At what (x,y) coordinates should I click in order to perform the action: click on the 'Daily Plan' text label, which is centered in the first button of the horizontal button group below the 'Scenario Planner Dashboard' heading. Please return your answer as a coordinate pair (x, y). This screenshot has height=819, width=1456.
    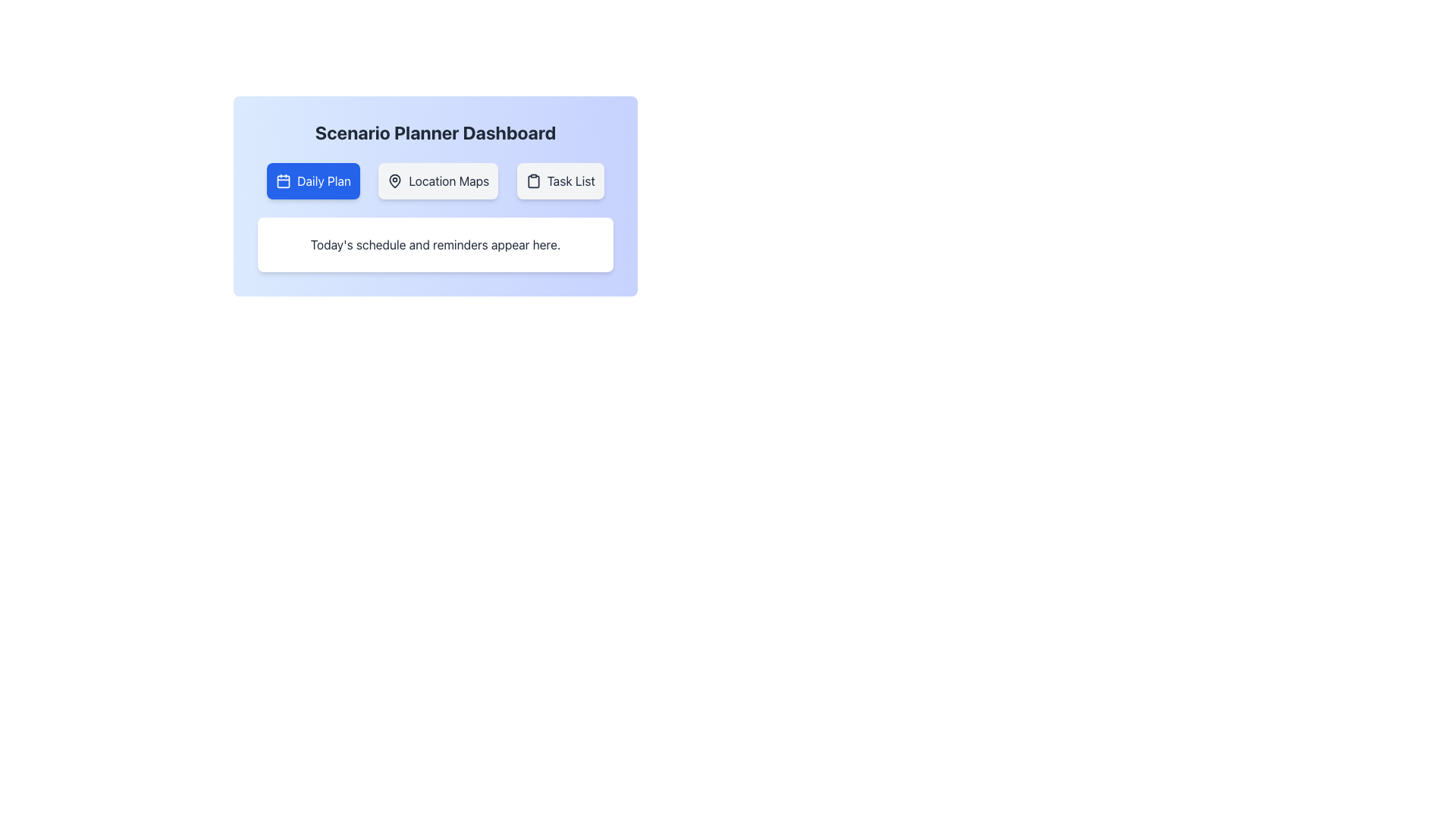
    Looking at the image, I should click on (323, 180).